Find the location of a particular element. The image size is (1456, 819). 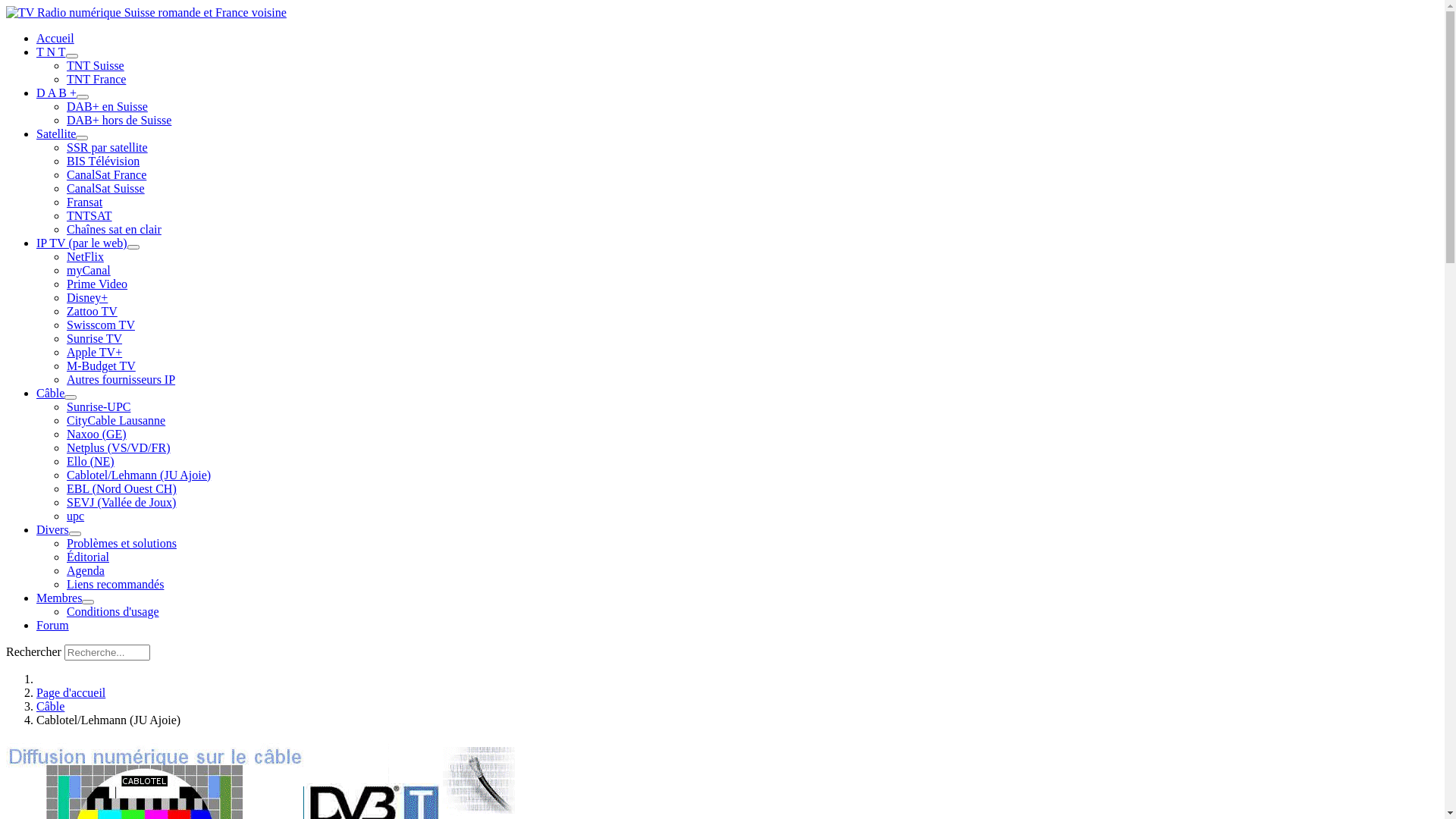

'M-Budget TV' is located at coordinates (100, 366).